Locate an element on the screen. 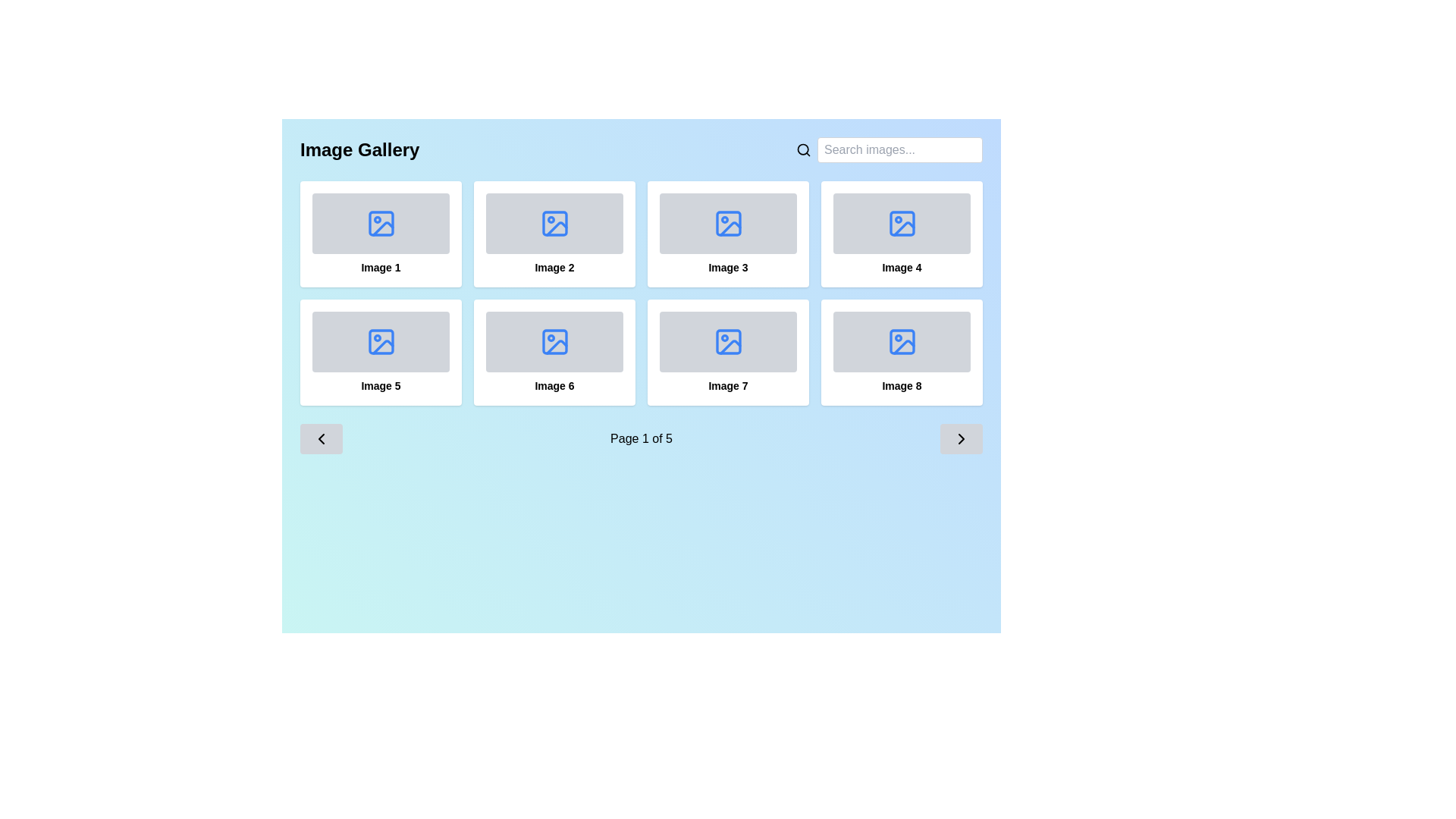 The height and width of the screenshot is (819, 1456). label text located at the bottom-right corner beneath the 'Image 8' placeholder component, which serves as a caption for the associated image is located at coordinates (902, 385).